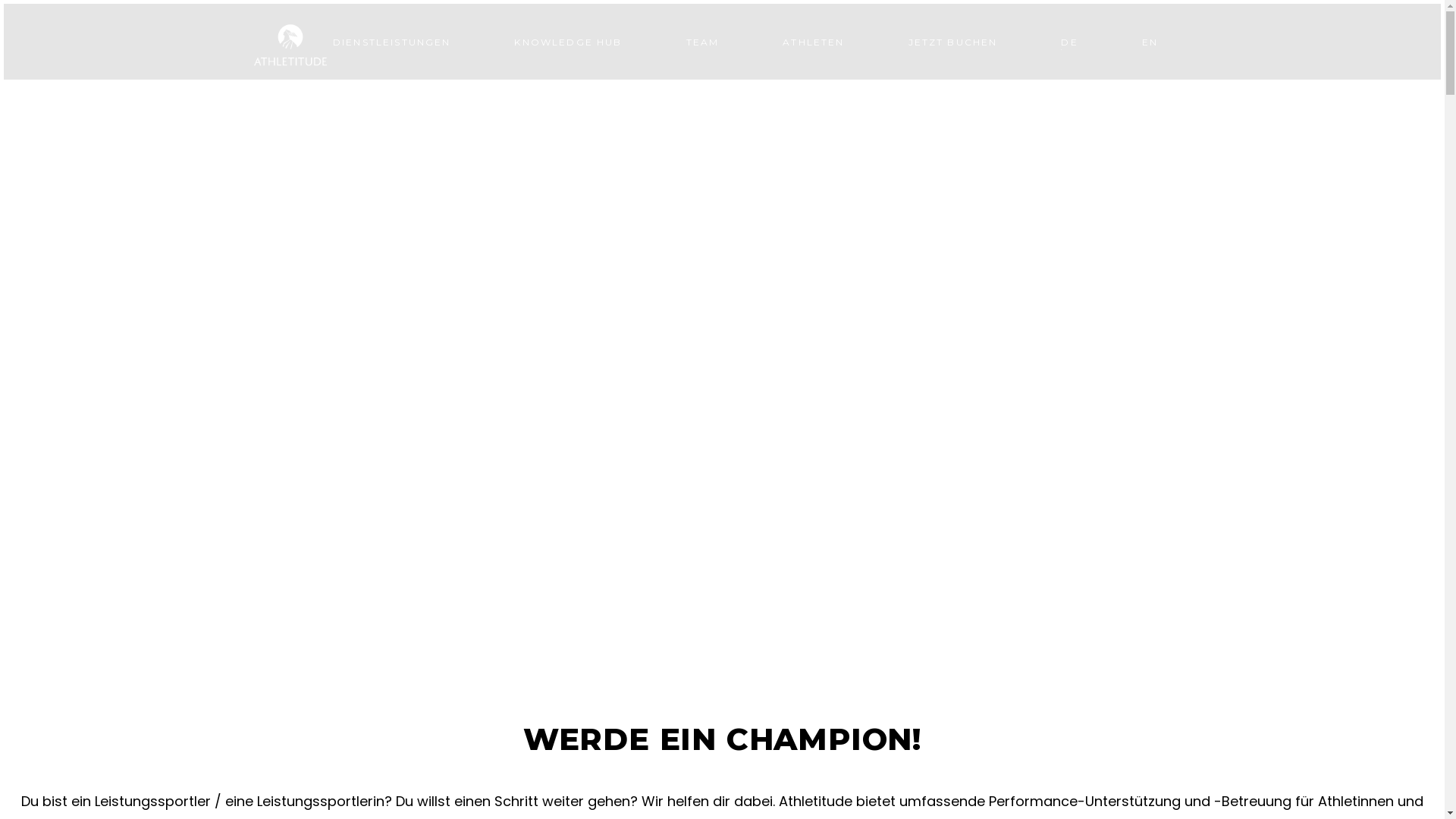 The height and width of the screenshot is (819, 1456). Describe the element at coordinates (1068, 41) in the screenshot. I see `'DE'` at that location.